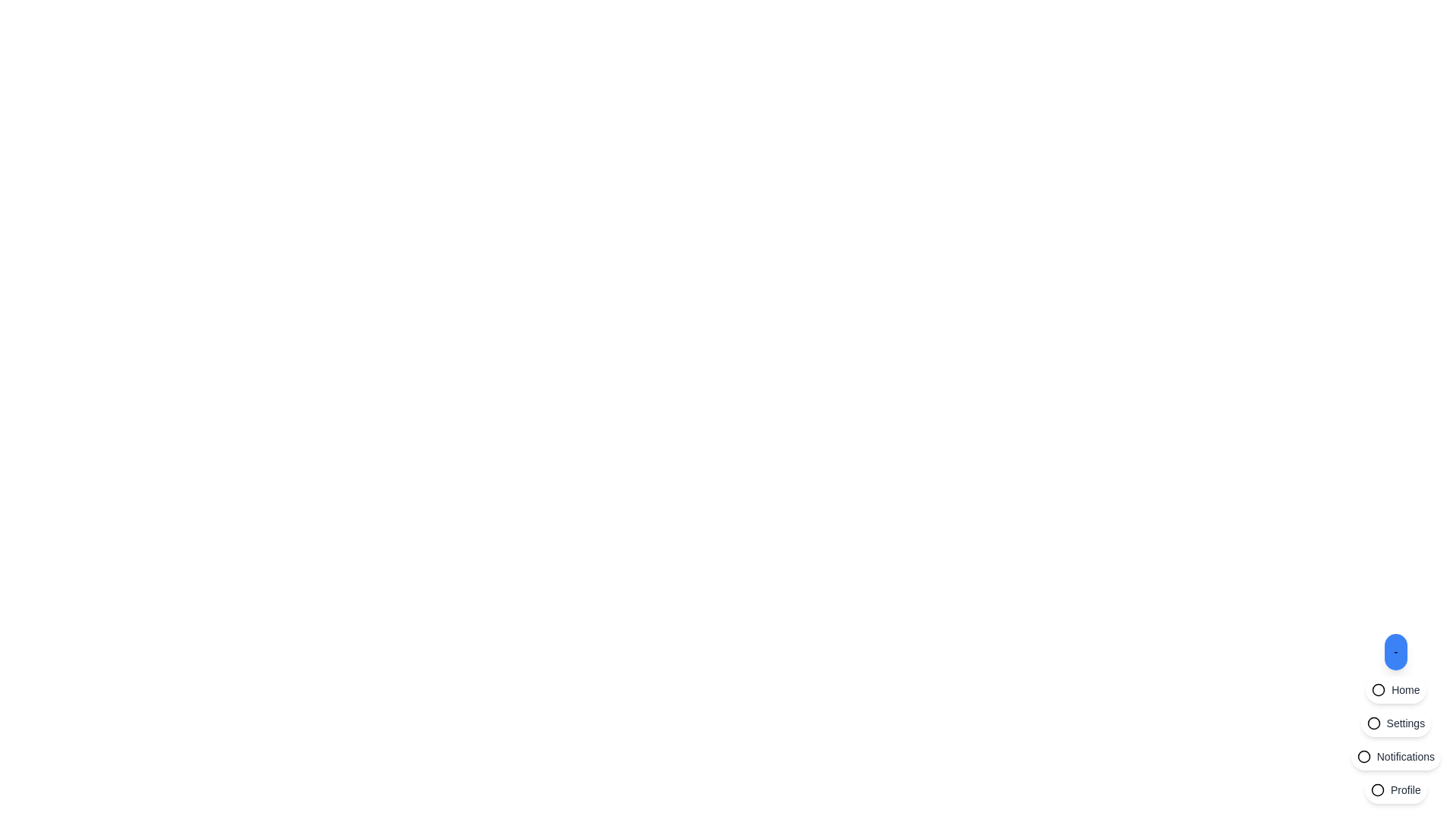 This screenshot has width=1456, height=819. Describe the element at coordinates (1395, 757) in the screenshot. I see `the button located at the third position in a vertical stack of buttons at the bottom-right corner of the interface` at that location.